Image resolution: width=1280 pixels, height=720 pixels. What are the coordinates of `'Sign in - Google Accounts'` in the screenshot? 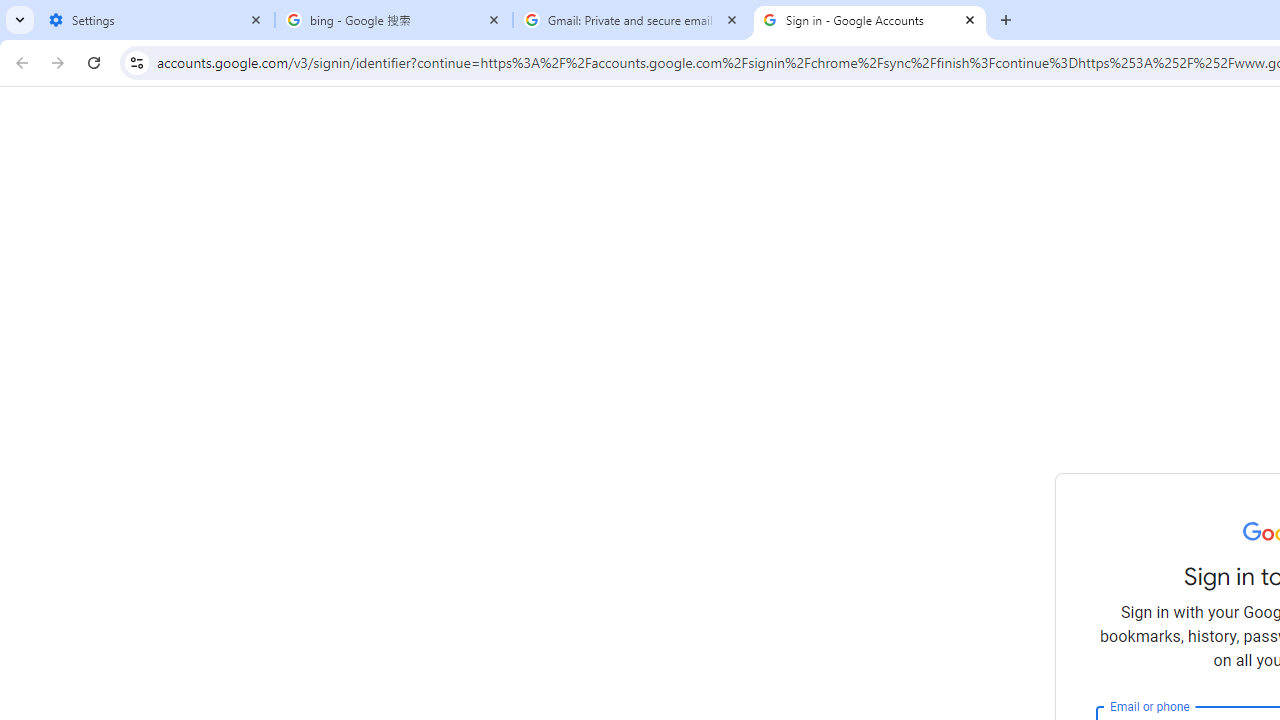 It's located at (870, 20).